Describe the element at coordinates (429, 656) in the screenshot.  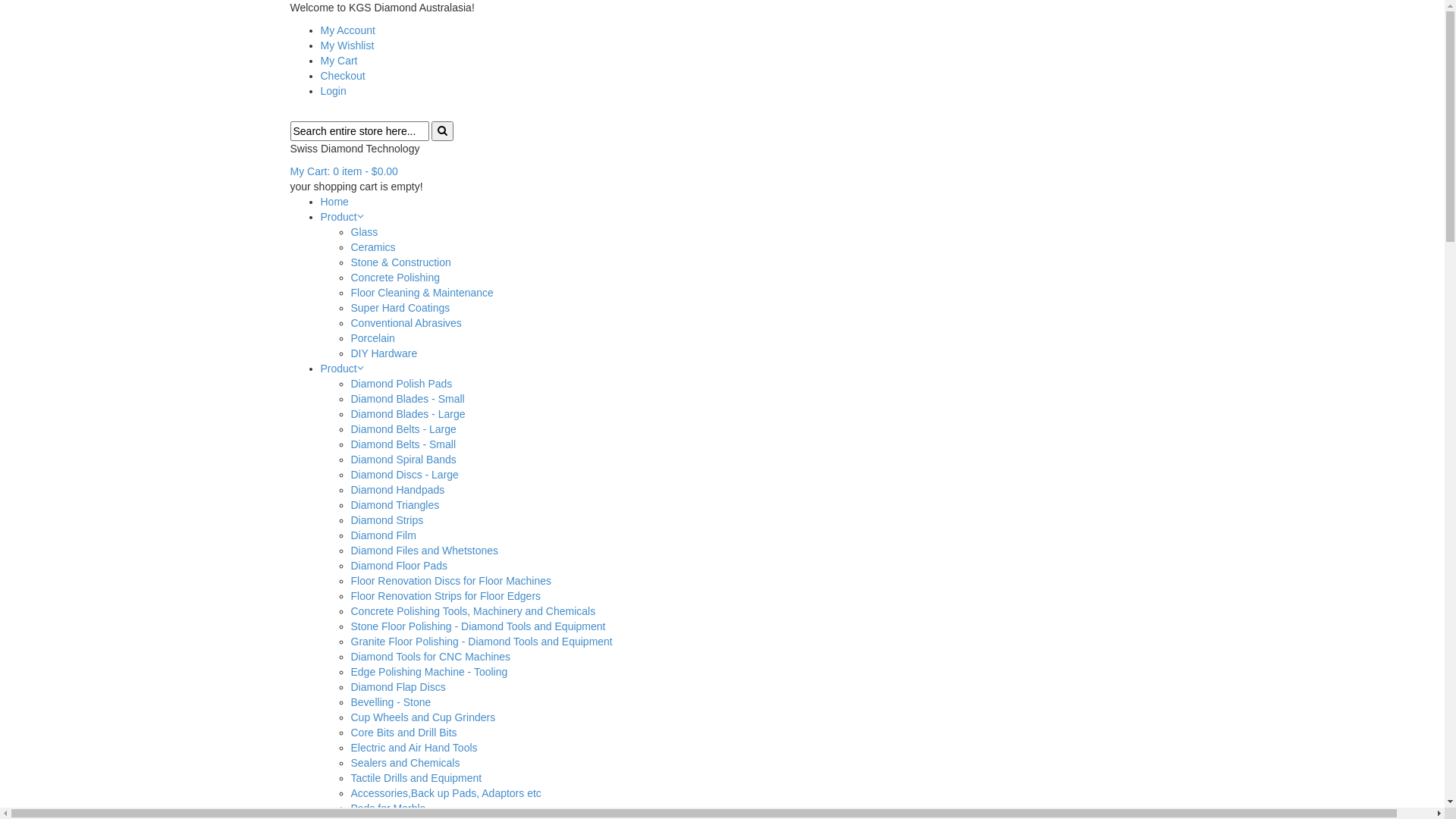
I see `'Diamond Tools for CNC Machines'` at that location.